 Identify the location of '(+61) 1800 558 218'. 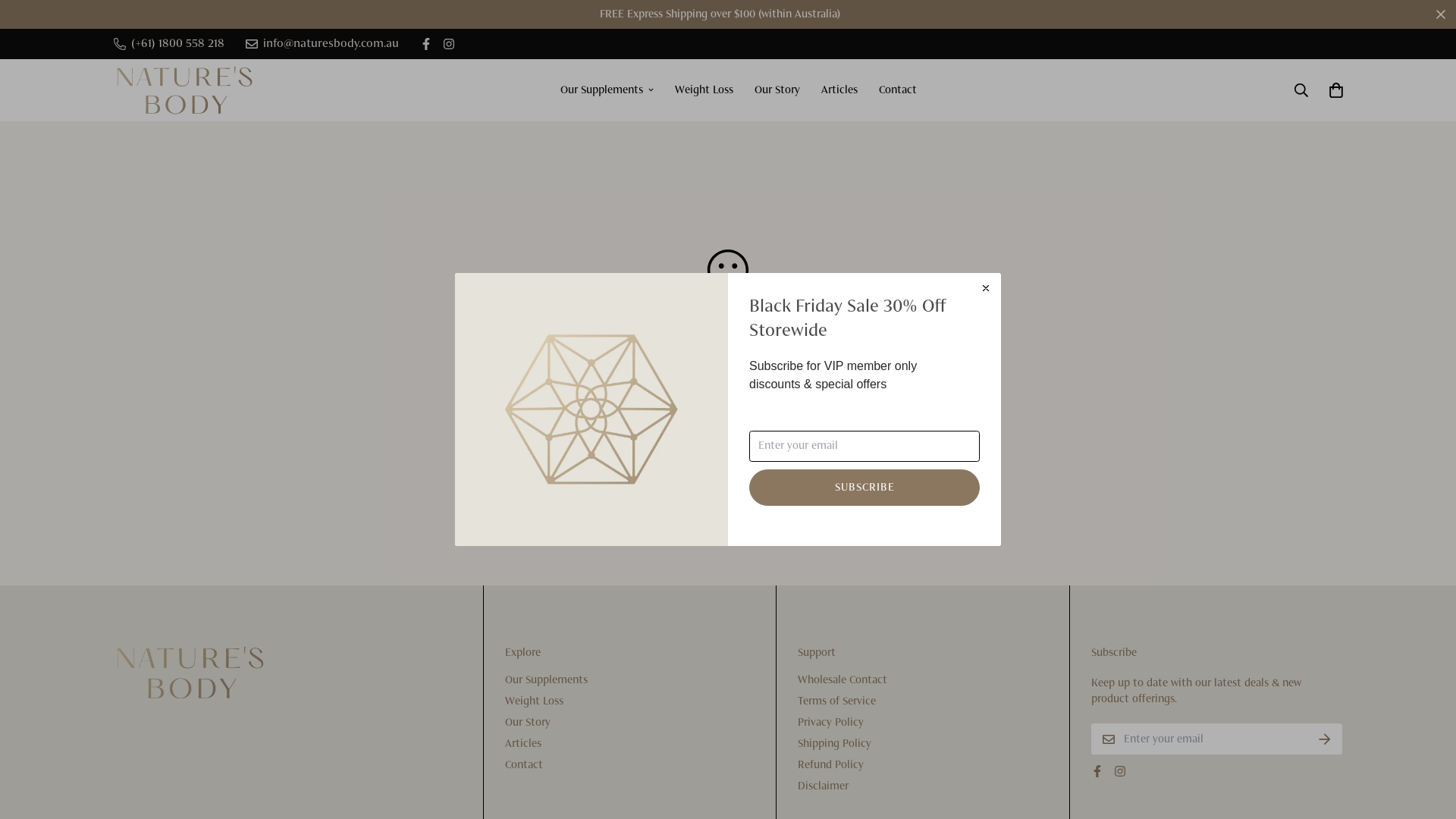
(102, 42).